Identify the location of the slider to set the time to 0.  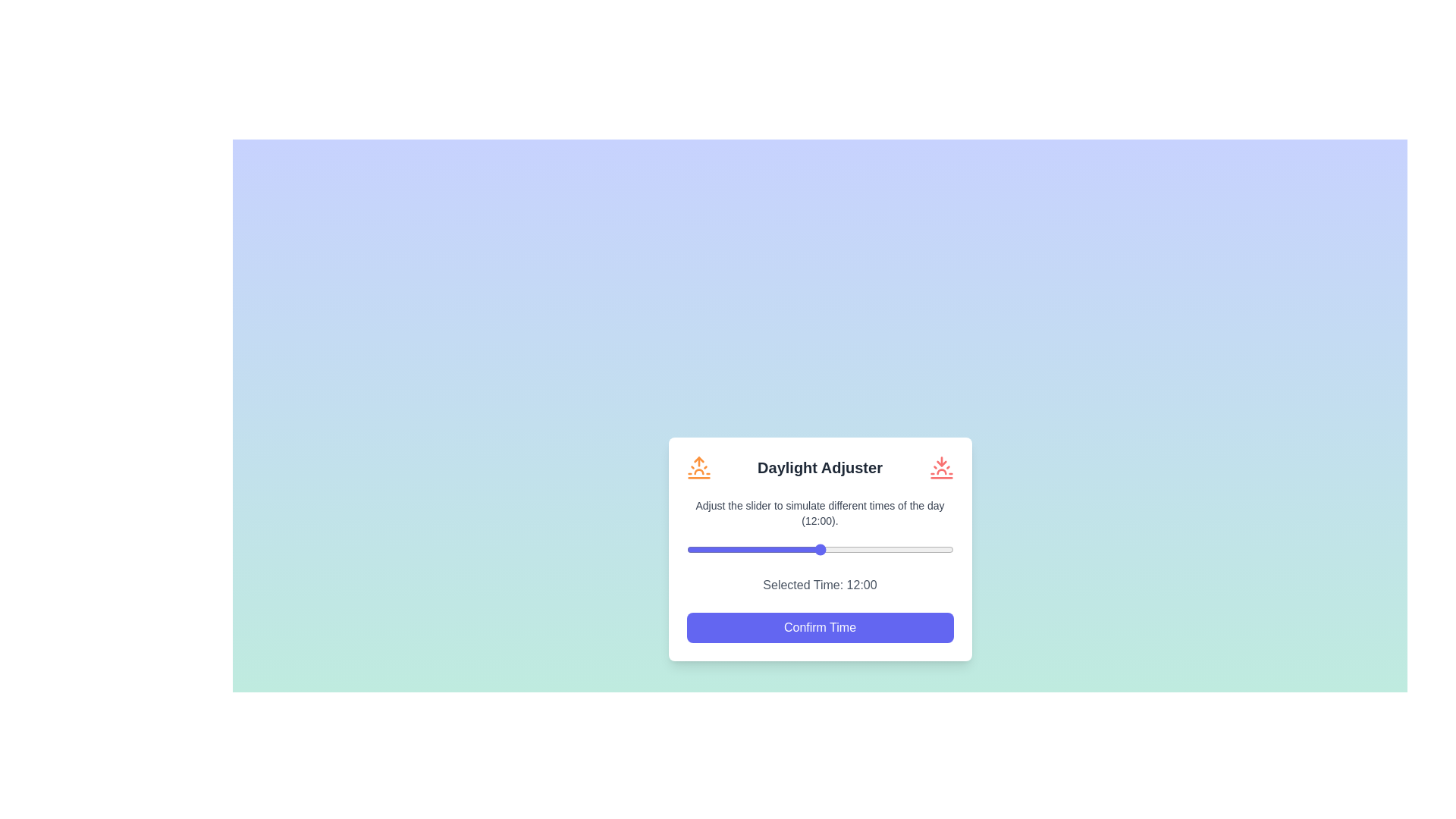
(686, 549).